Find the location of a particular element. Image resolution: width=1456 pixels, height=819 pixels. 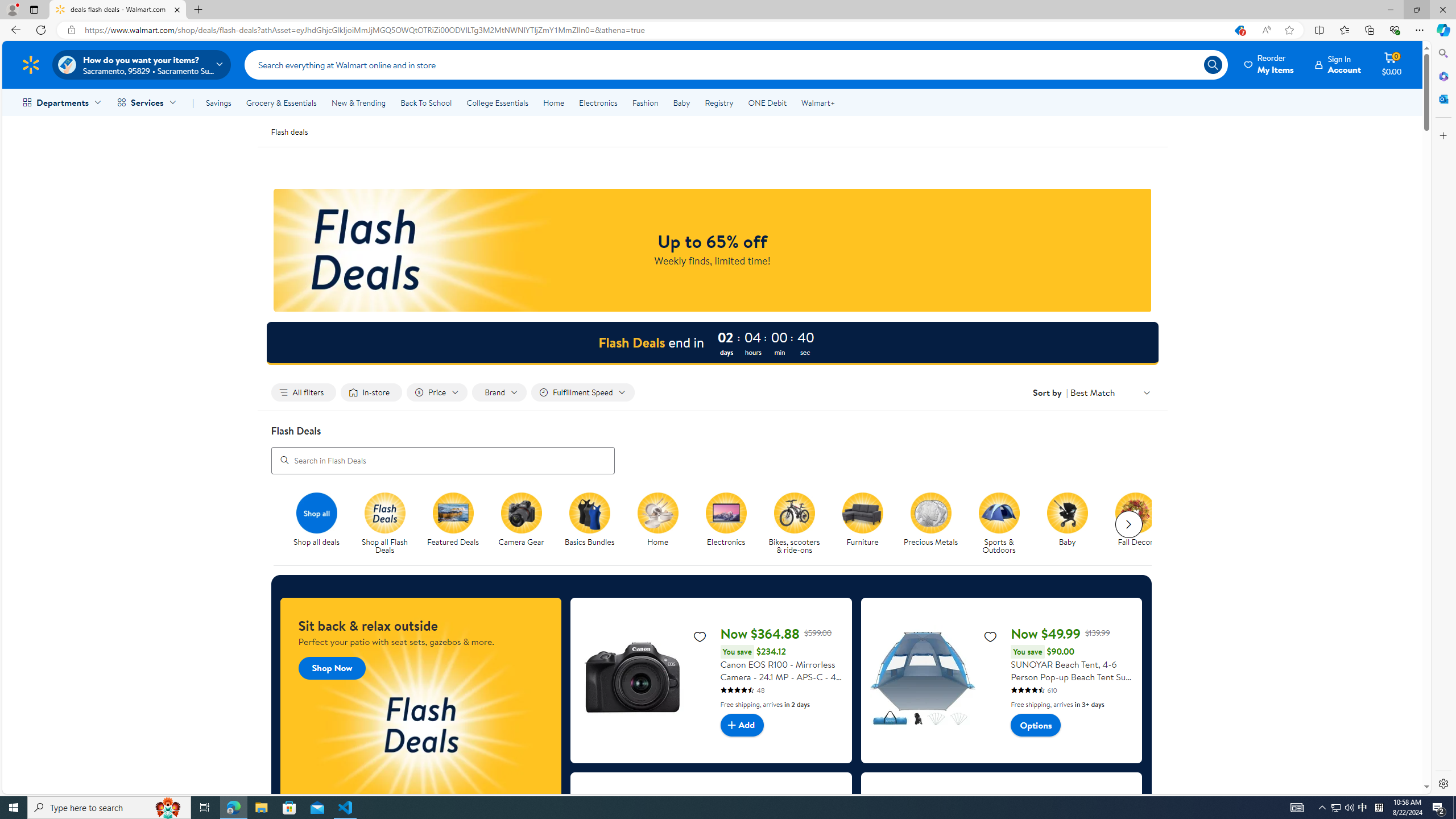

'Search in Flash Deals' is located at coordinates (442, 460).